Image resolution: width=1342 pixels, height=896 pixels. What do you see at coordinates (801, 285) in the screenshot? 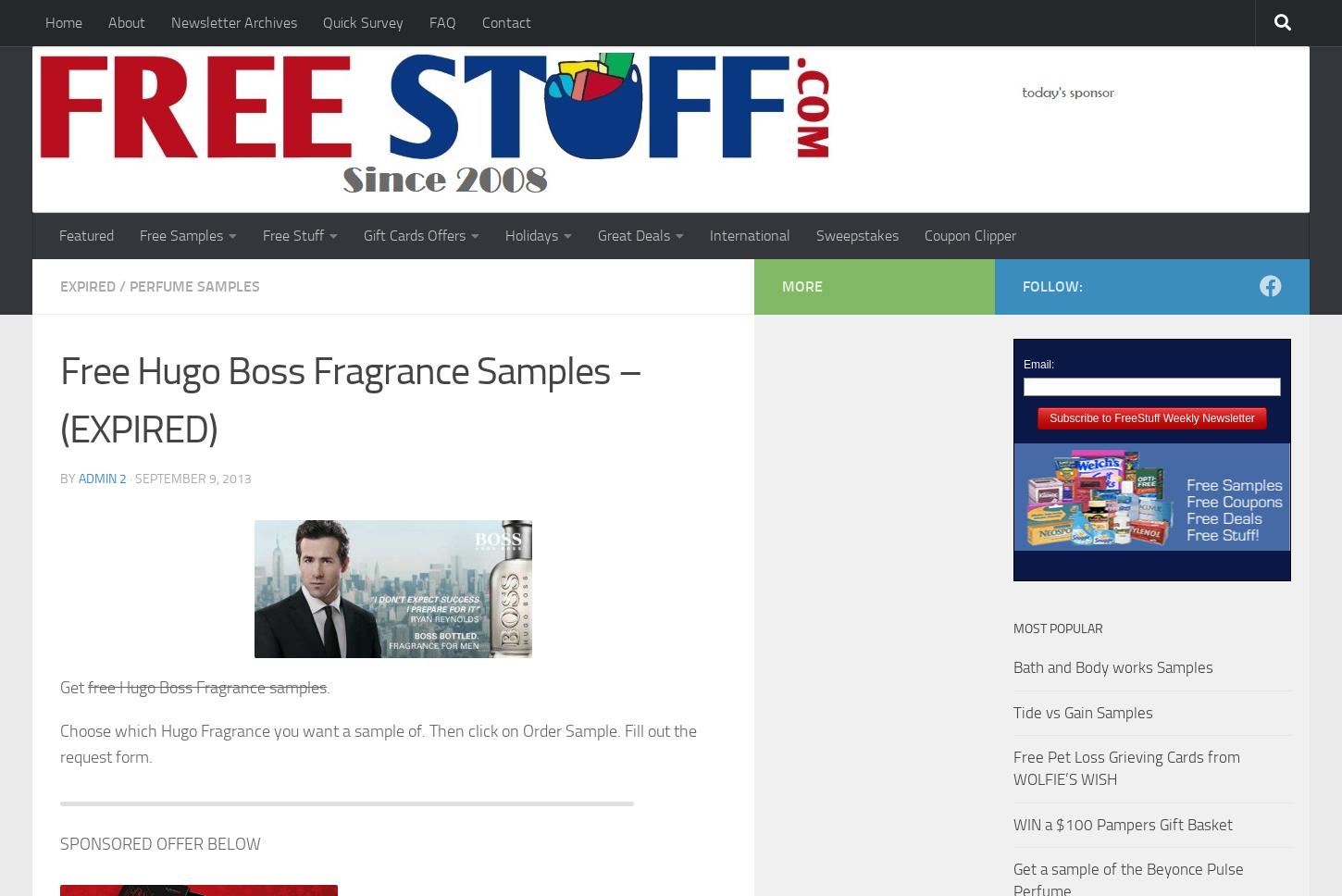
I see `'More'` at bounding box center [801, 285].